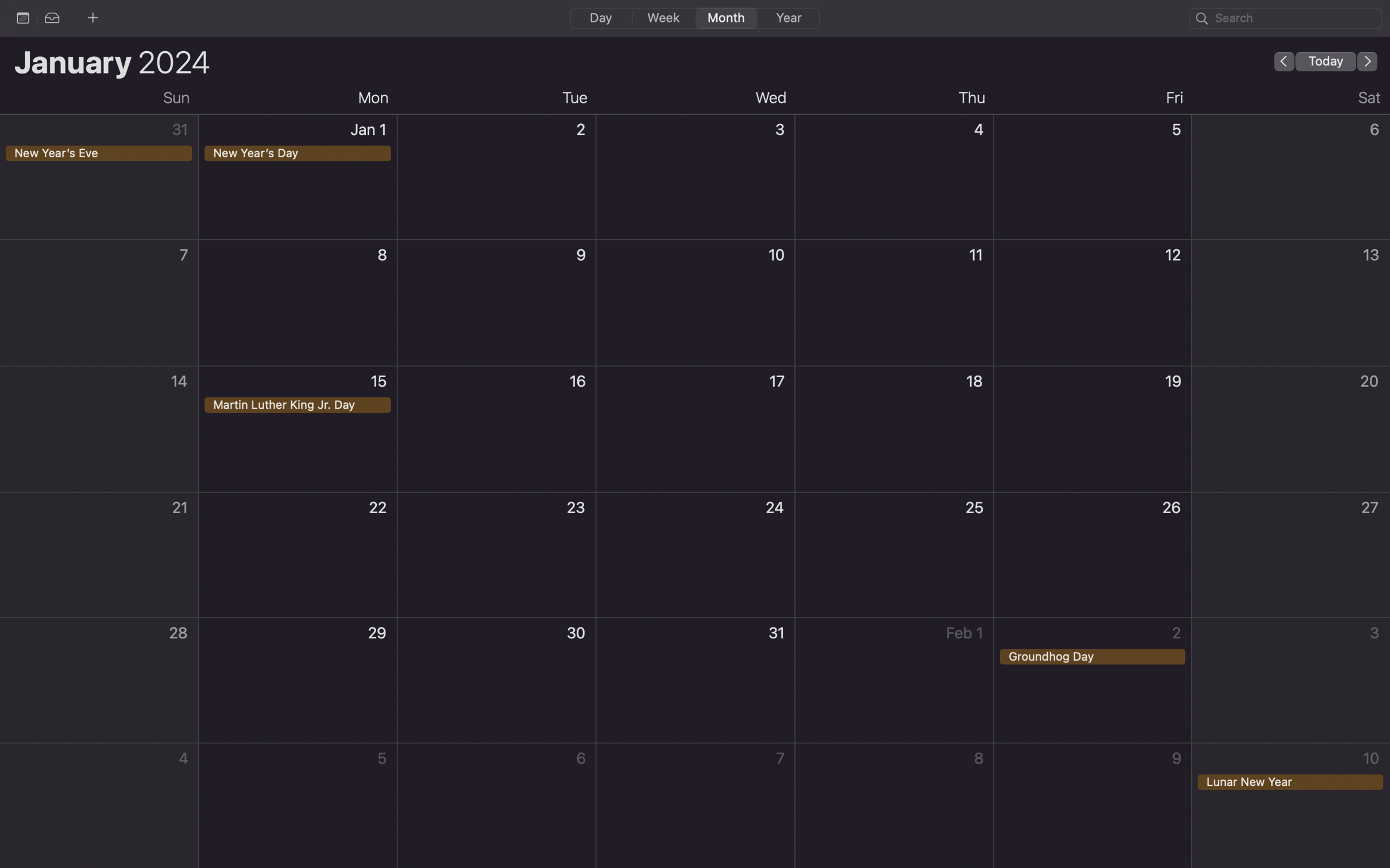 The image size is (1390, 868). What do you see at coordinates (724, 17) in the screenshot?
I see `Transition to the monthly outline on your calendar` at bounding box center [724, 17].